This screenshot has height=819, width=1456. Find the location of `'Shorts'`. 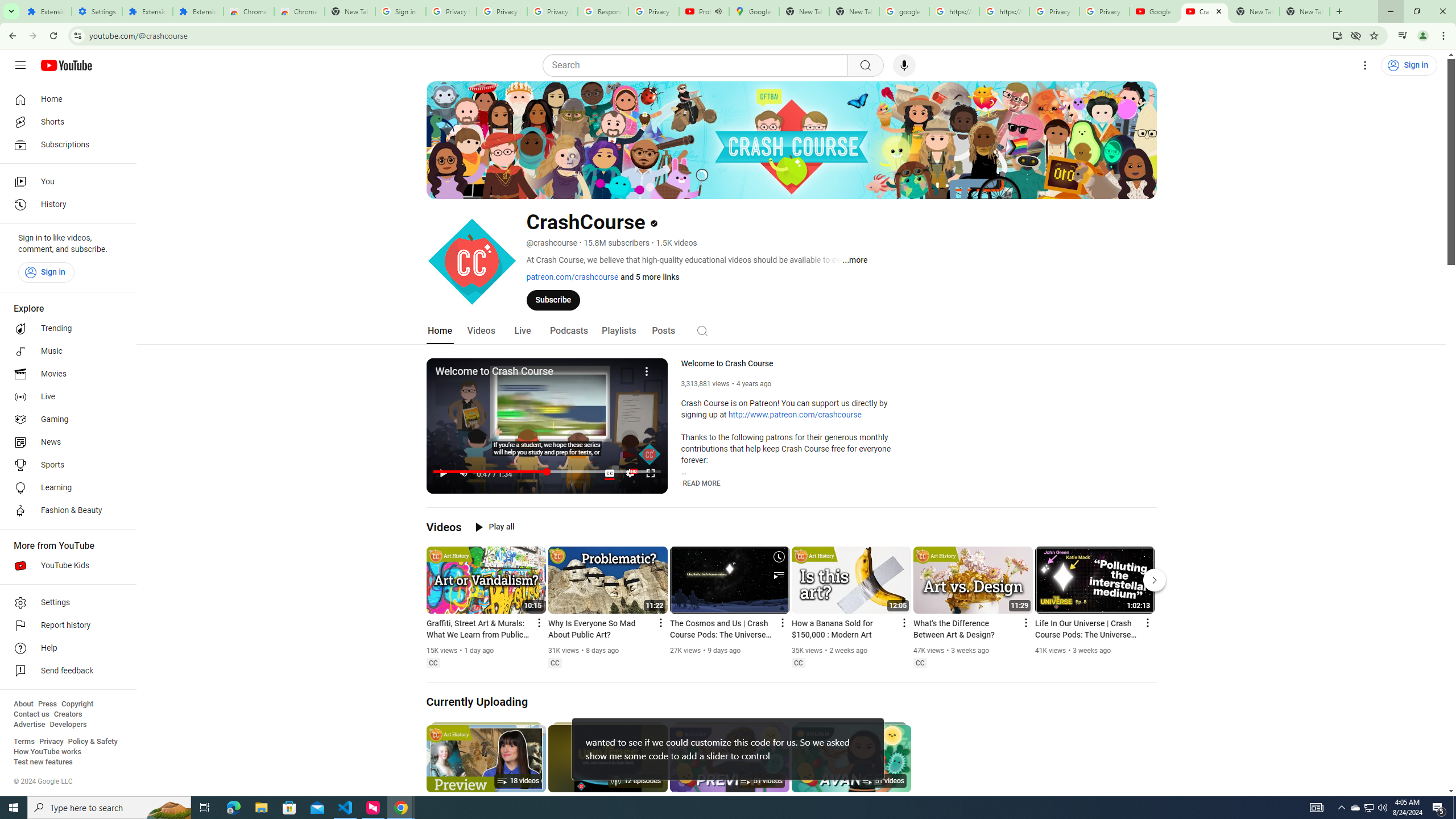

'Shorts' is located at coordinates (64, 122).